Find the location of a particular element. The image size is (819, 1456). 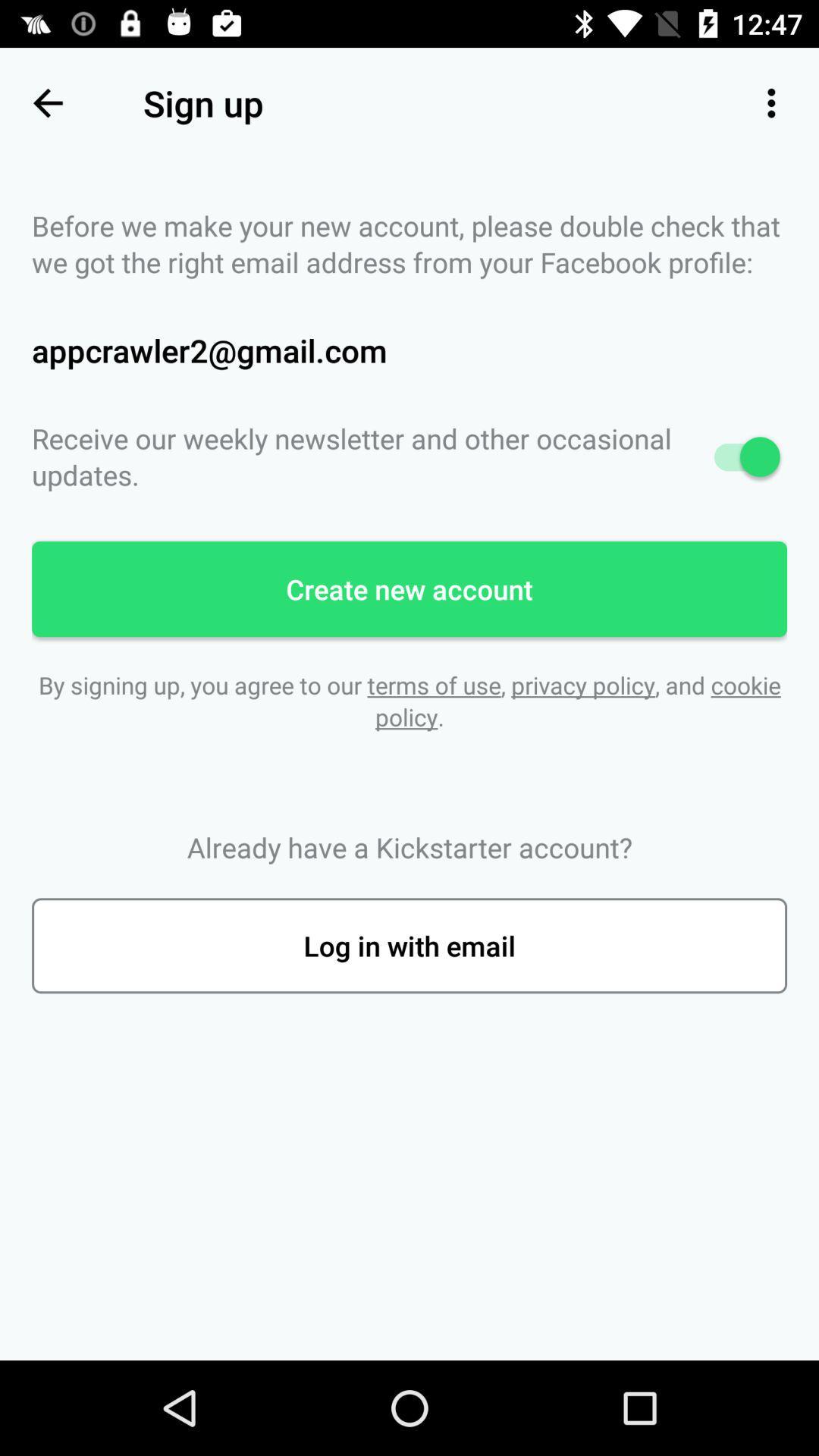

by signing up icon is located at coordinates (409, 700).